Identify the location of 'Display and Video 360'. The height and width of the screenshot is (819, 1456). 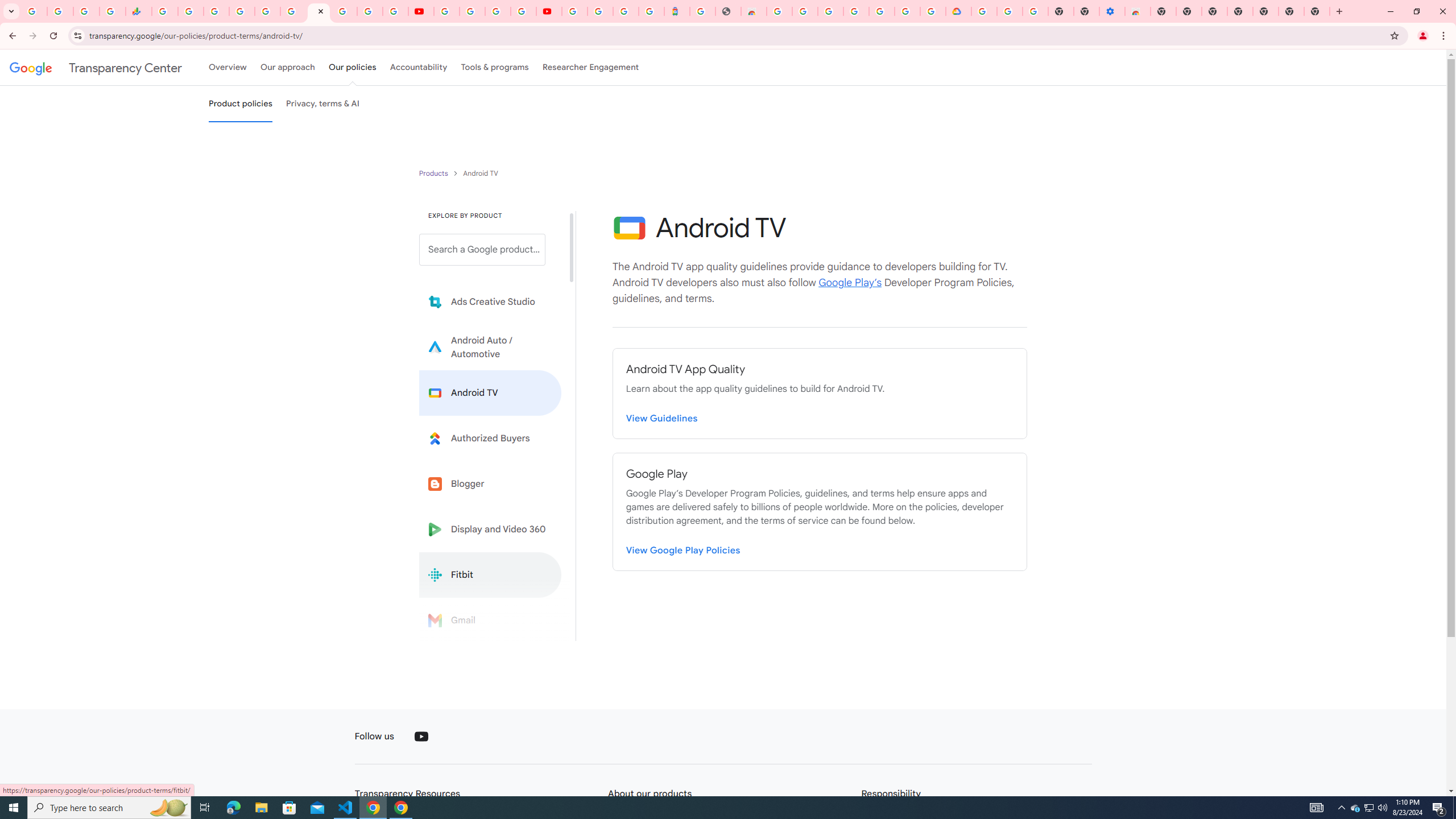
(490, 529).